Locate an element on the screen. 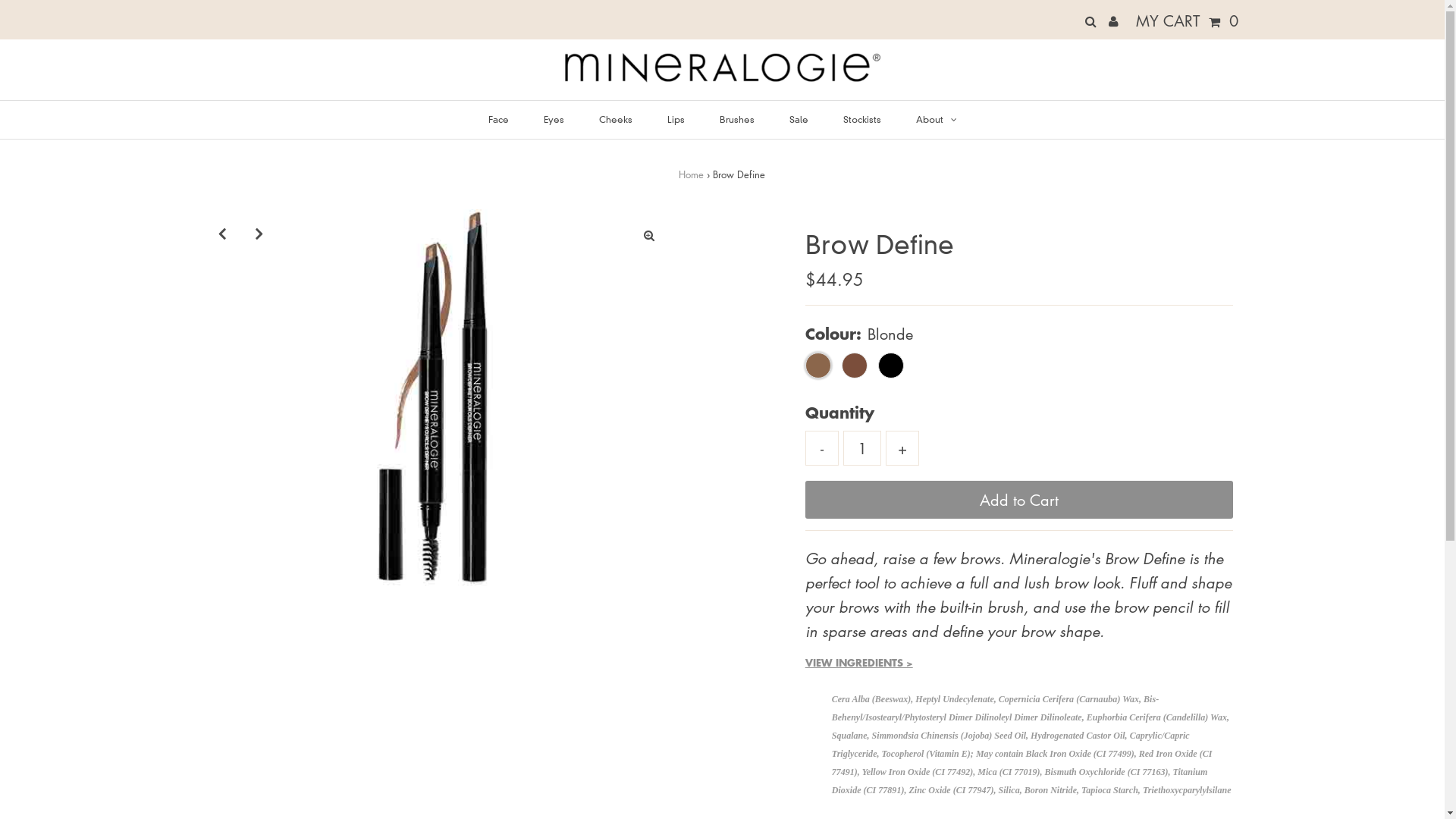  '+' is located at coordinates (902, 447).